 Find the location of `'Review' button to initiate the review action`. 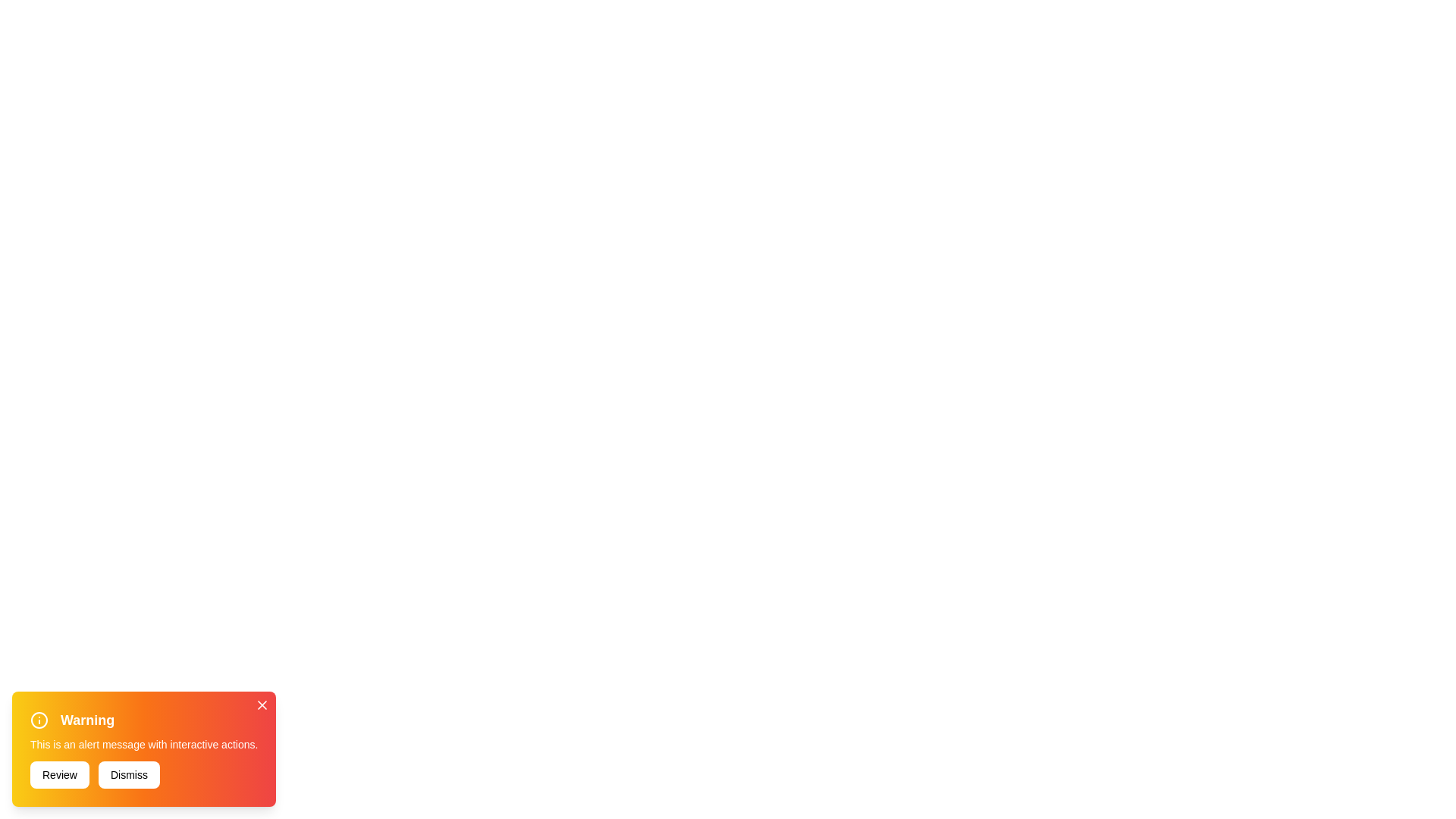

'Review' button to initiate the review action is located at coordinates (59, 775).